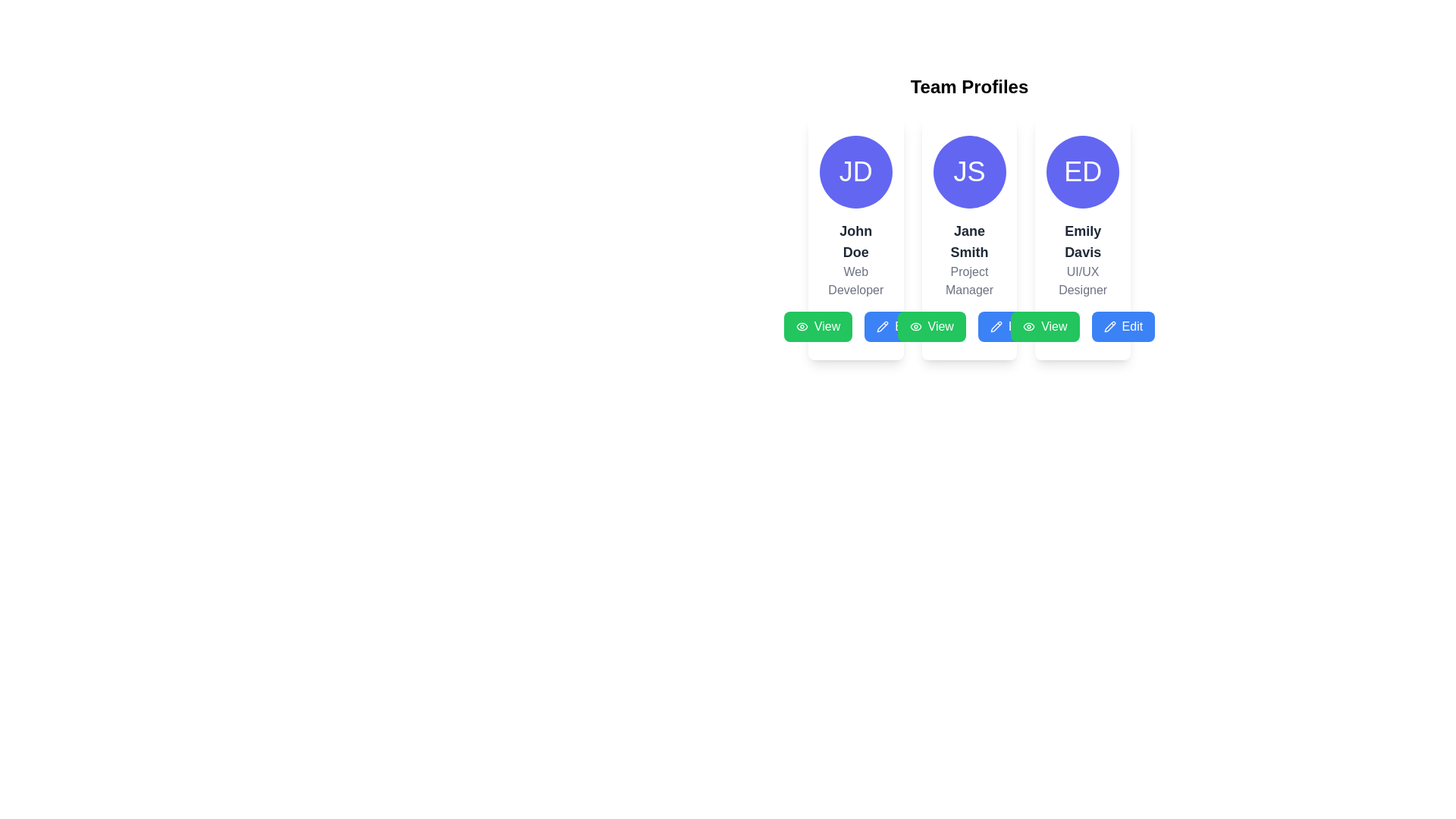 The height and width of the screenshot is (819, 1456). Describe the element at coordinates (1082, 326) in the screenshot. I see `the green 'View' button in the button group located in the lower section of the card for Emily Davis, a UI/UX Designer` at that location.